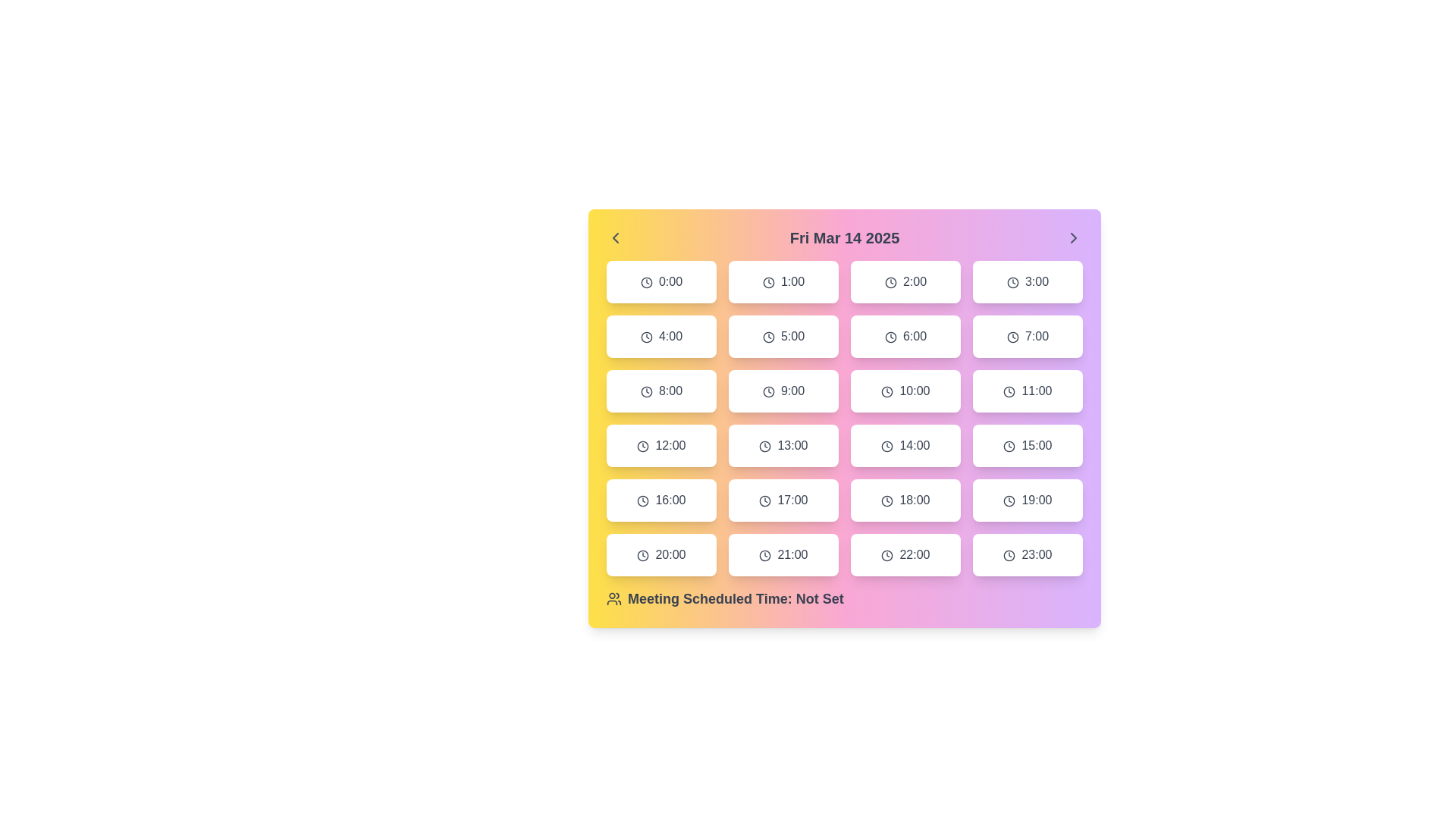  I want to click on the clock icon located next to the text '23:00' in the bottom-right tile of the time slot grid, so click(1009, 555).